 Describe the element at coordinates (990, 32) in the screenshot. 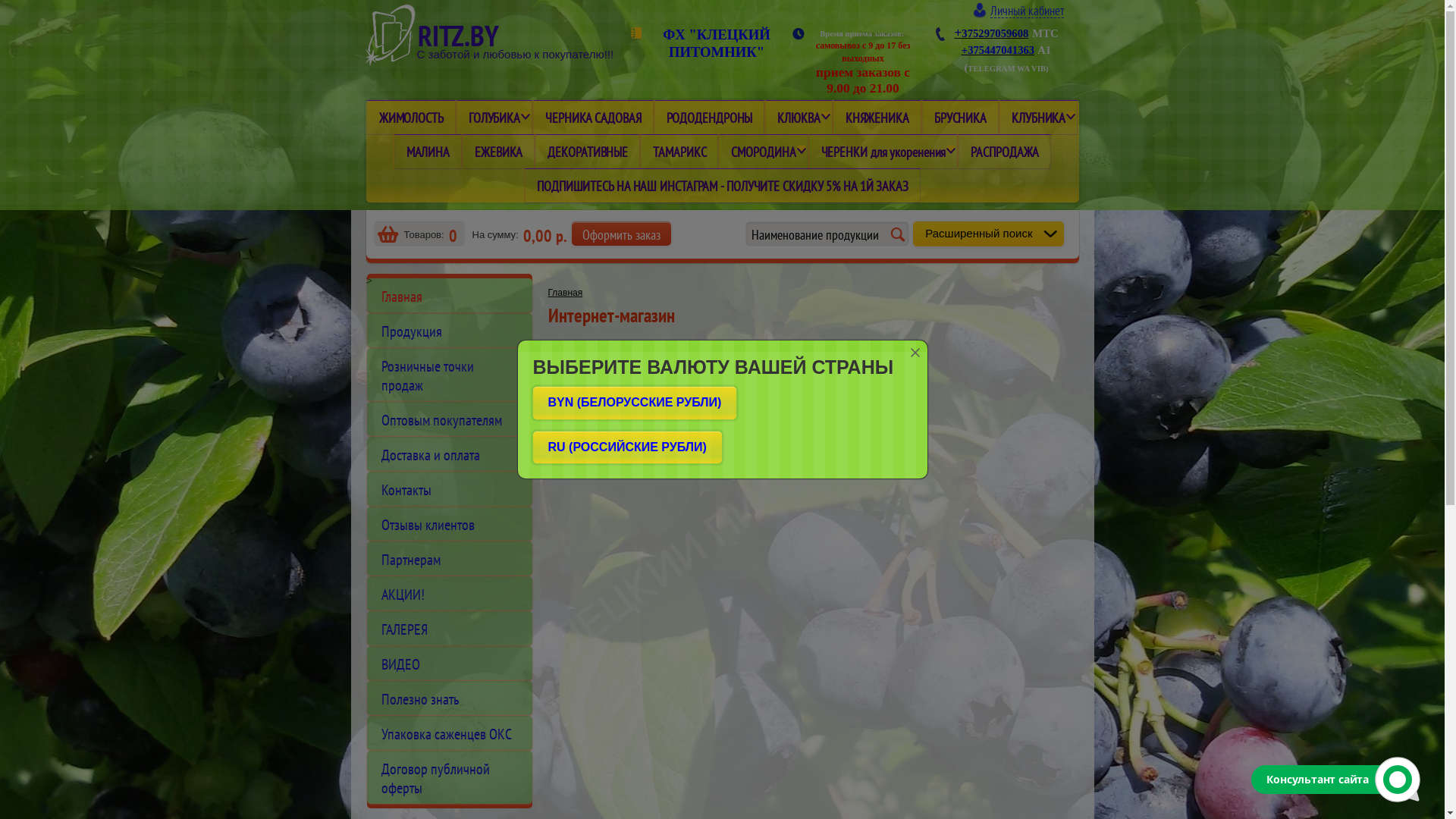

I see `'+375297059608'` at that location.